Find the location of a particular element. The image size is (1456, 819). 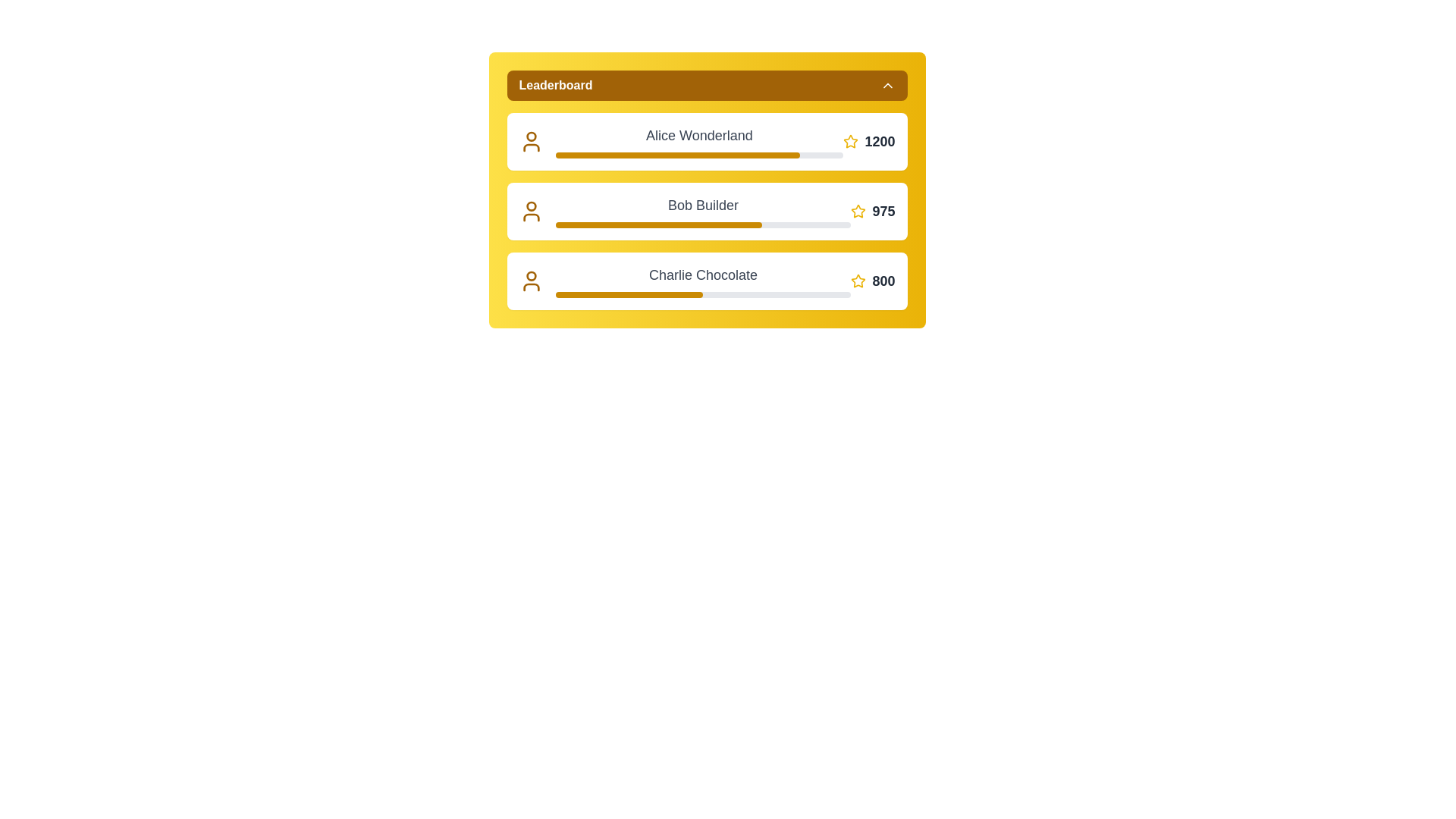

the Leaderboard Card displaying the name 'Bob Builder', which is the second card in the leaderboard section, positioned below 'Alice Wonderland' and above 'Charlie Chocolate' is located at coordinates (706, 211).